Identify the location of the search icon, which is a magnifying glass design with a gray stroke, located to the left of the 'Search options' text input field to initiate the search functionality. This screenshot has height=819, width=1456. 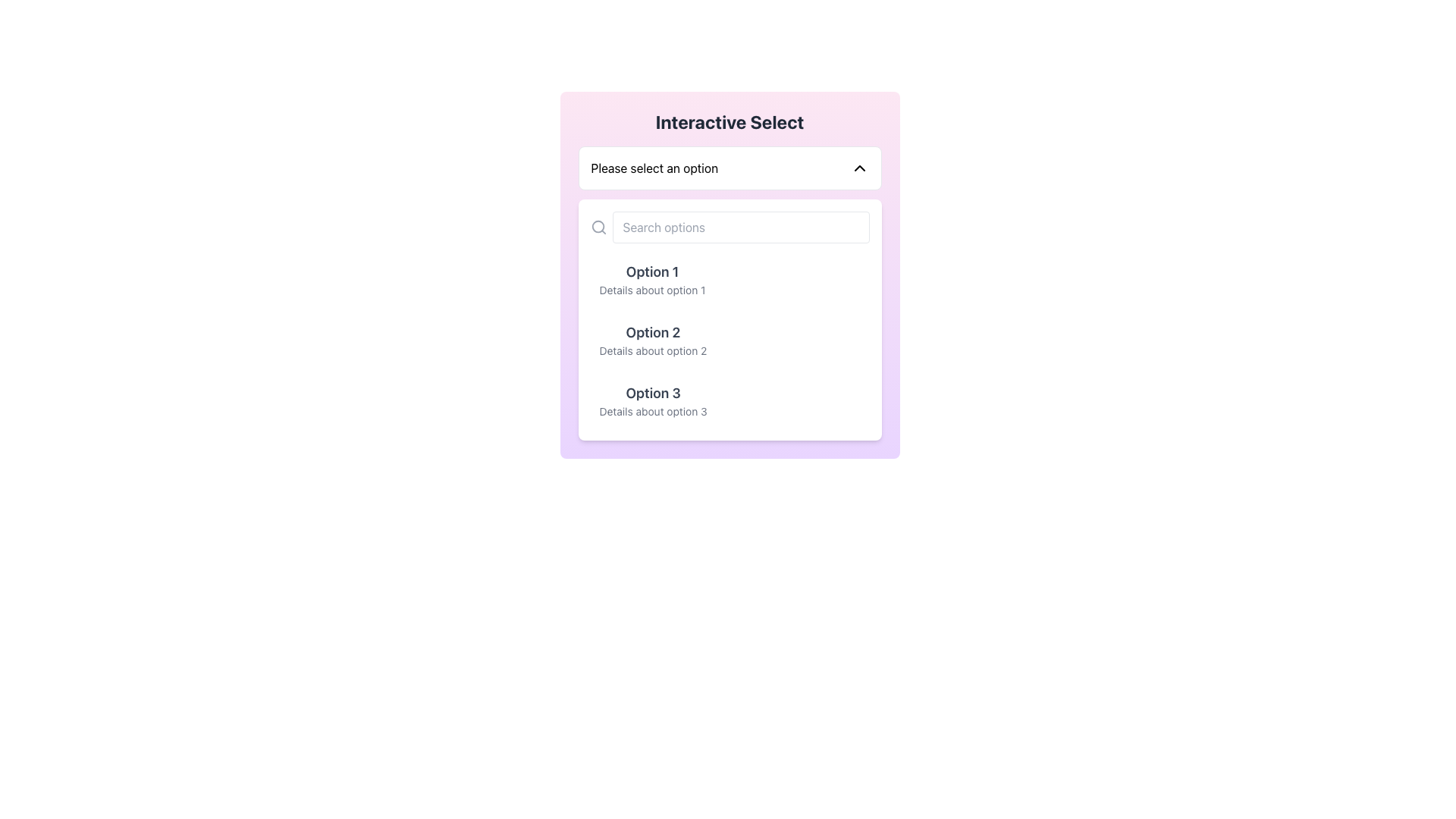
(598, 227).